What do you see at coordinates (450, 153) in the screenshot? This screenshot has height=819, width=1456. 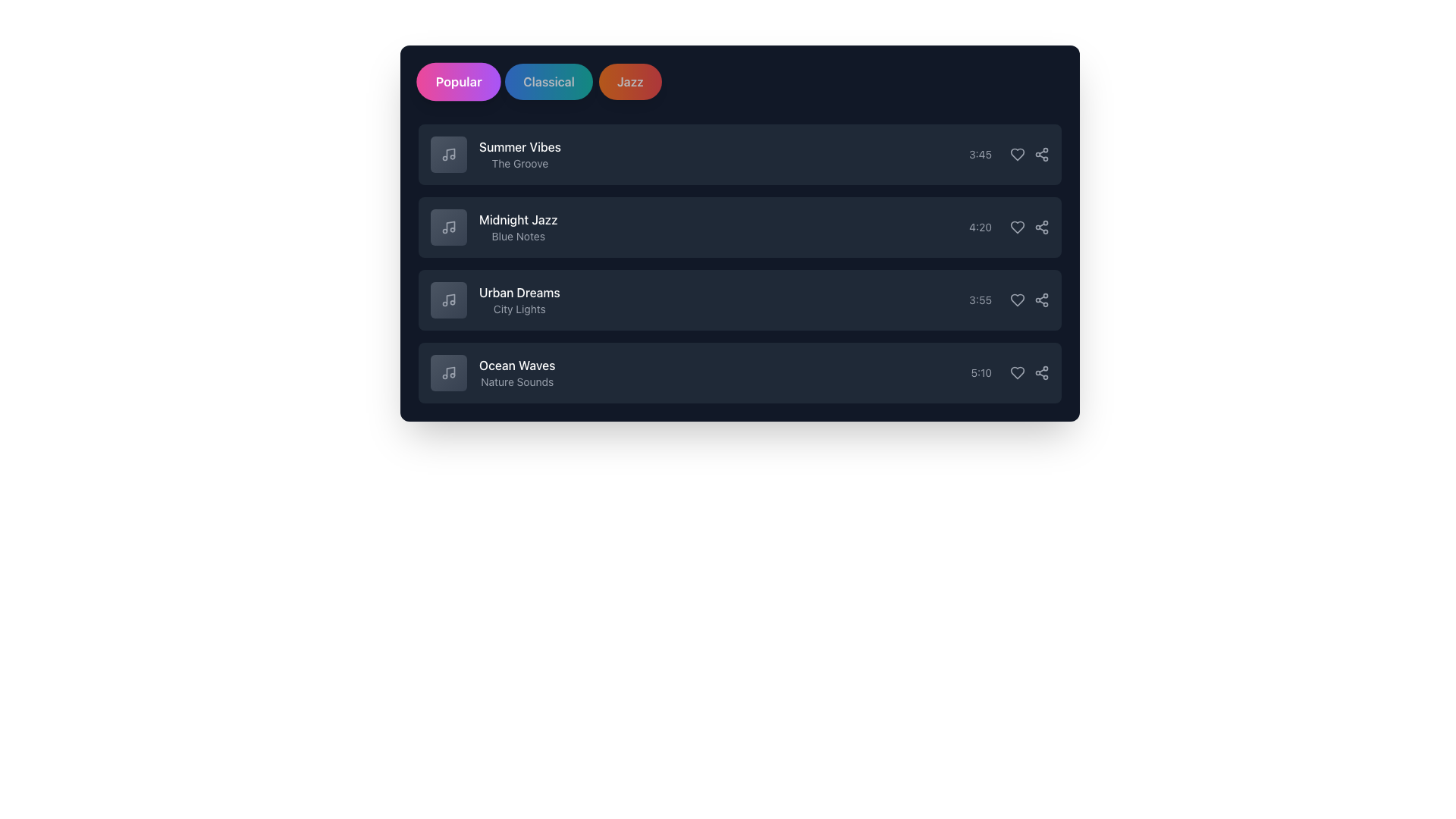 I see `the music icon located in the top-left corner of the 'Summer Vibes' row in the playlist, which symbolizes audio content` at bounding box center [450, 153].